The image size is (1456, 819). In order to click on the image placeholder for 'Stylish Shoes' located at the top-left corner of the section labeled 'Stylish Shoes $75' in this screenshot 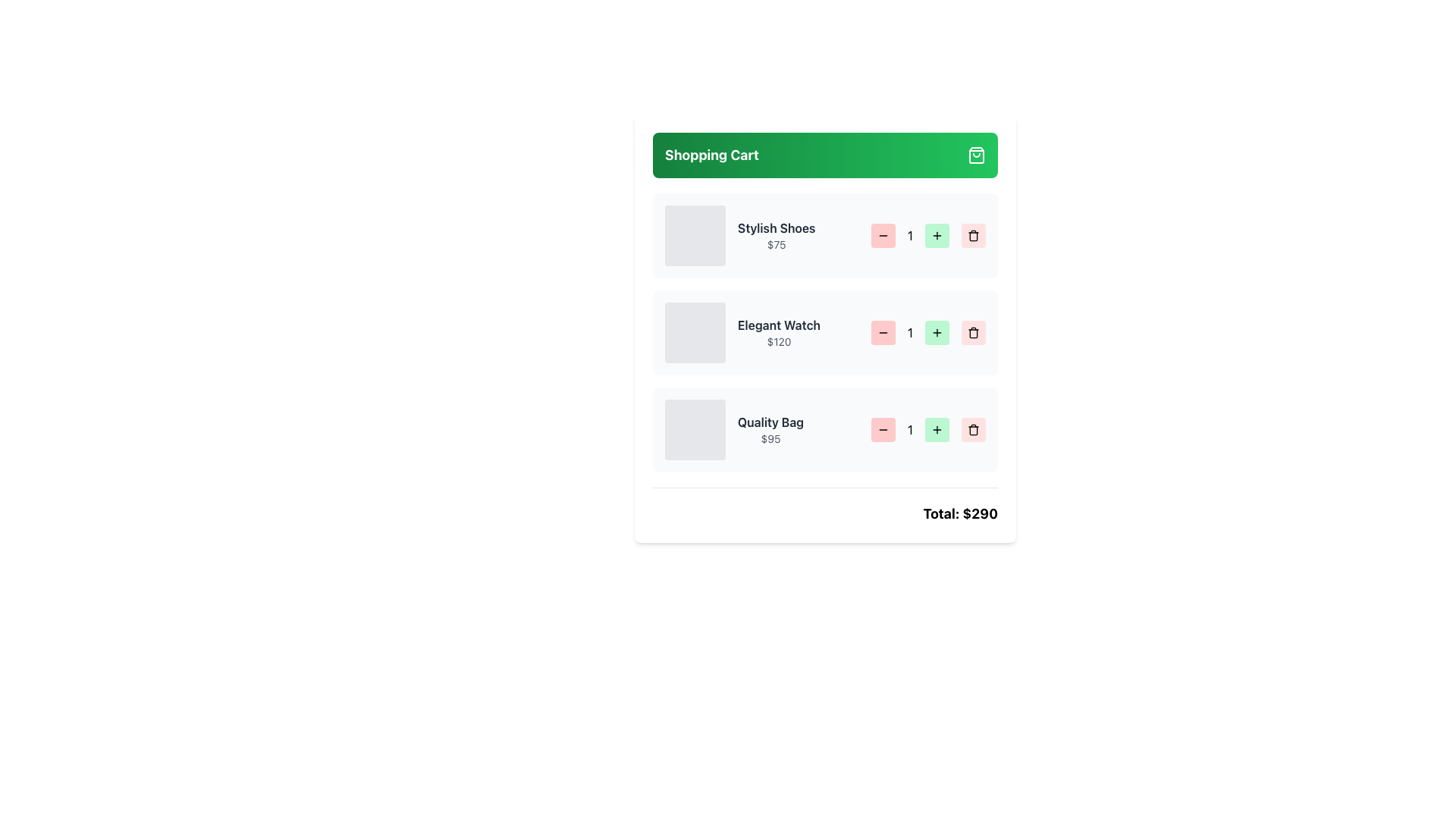, I will do `click(694, 236)`.